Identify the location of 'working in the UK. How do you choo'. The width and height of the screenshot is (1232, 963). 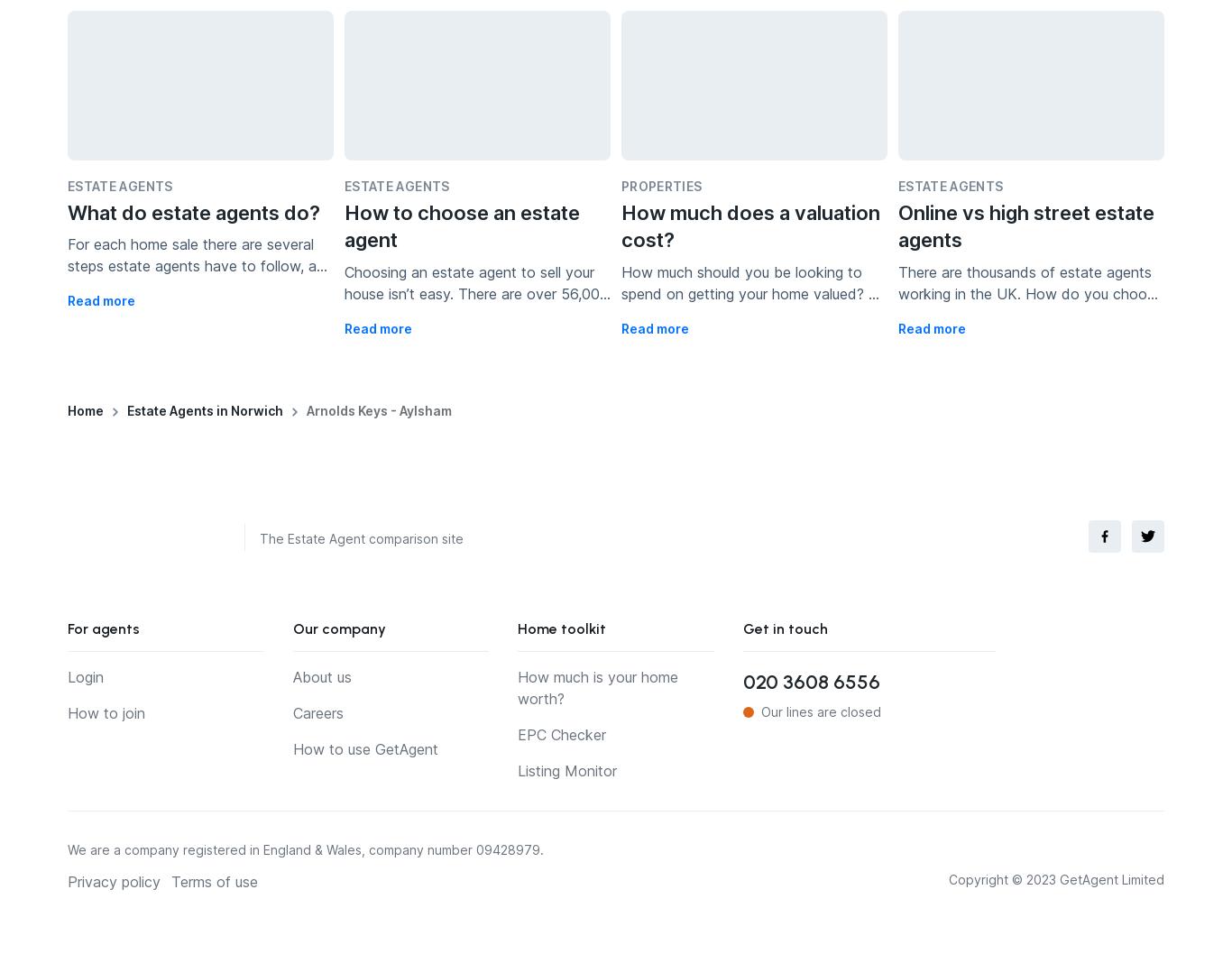
(897, 292).